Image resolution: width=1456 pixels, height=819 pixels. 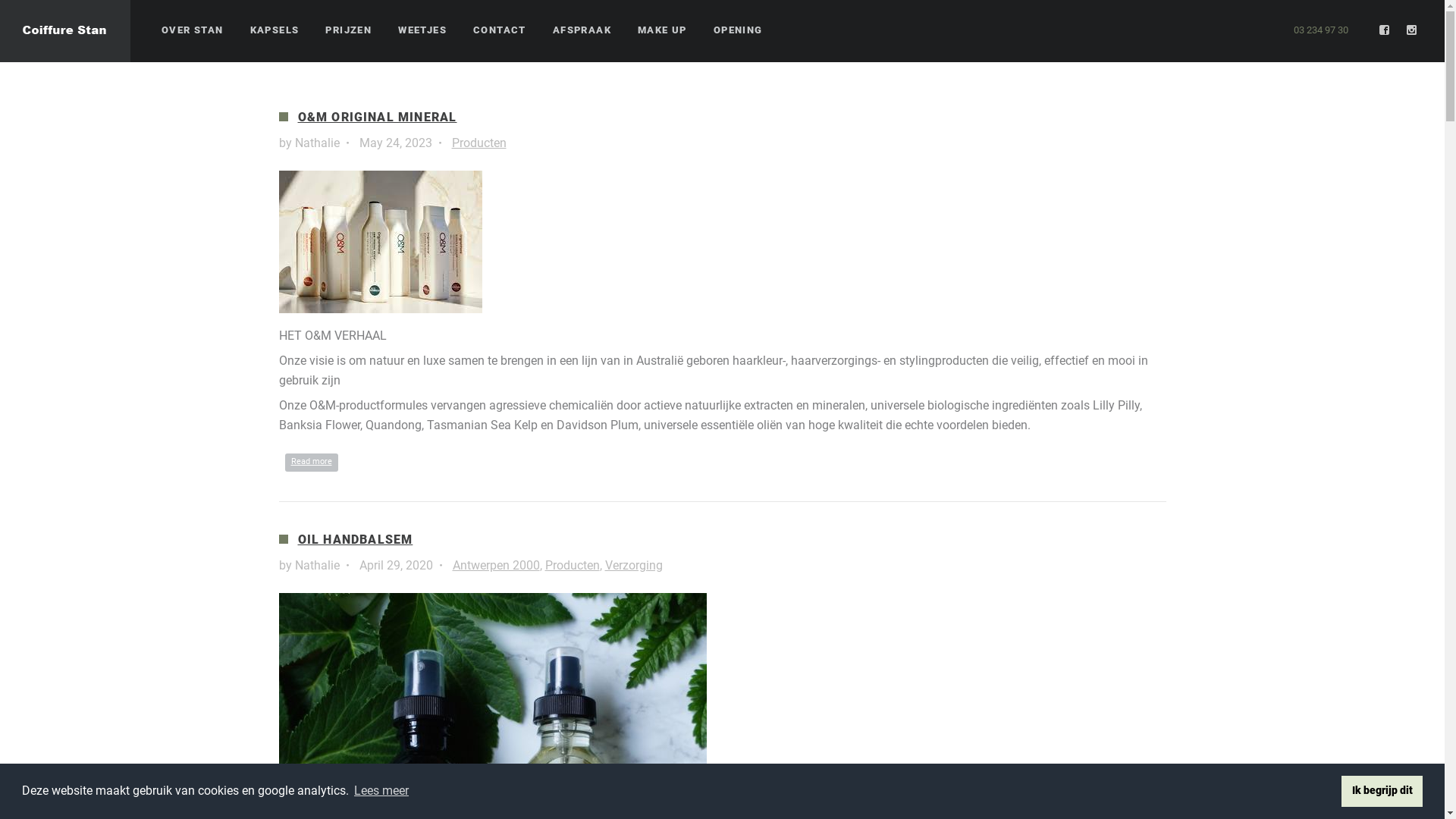 What do you see at coordinates (662, 30) in the screenshot?
I see `'MAKE UP'` at bounding box center [662, 30].